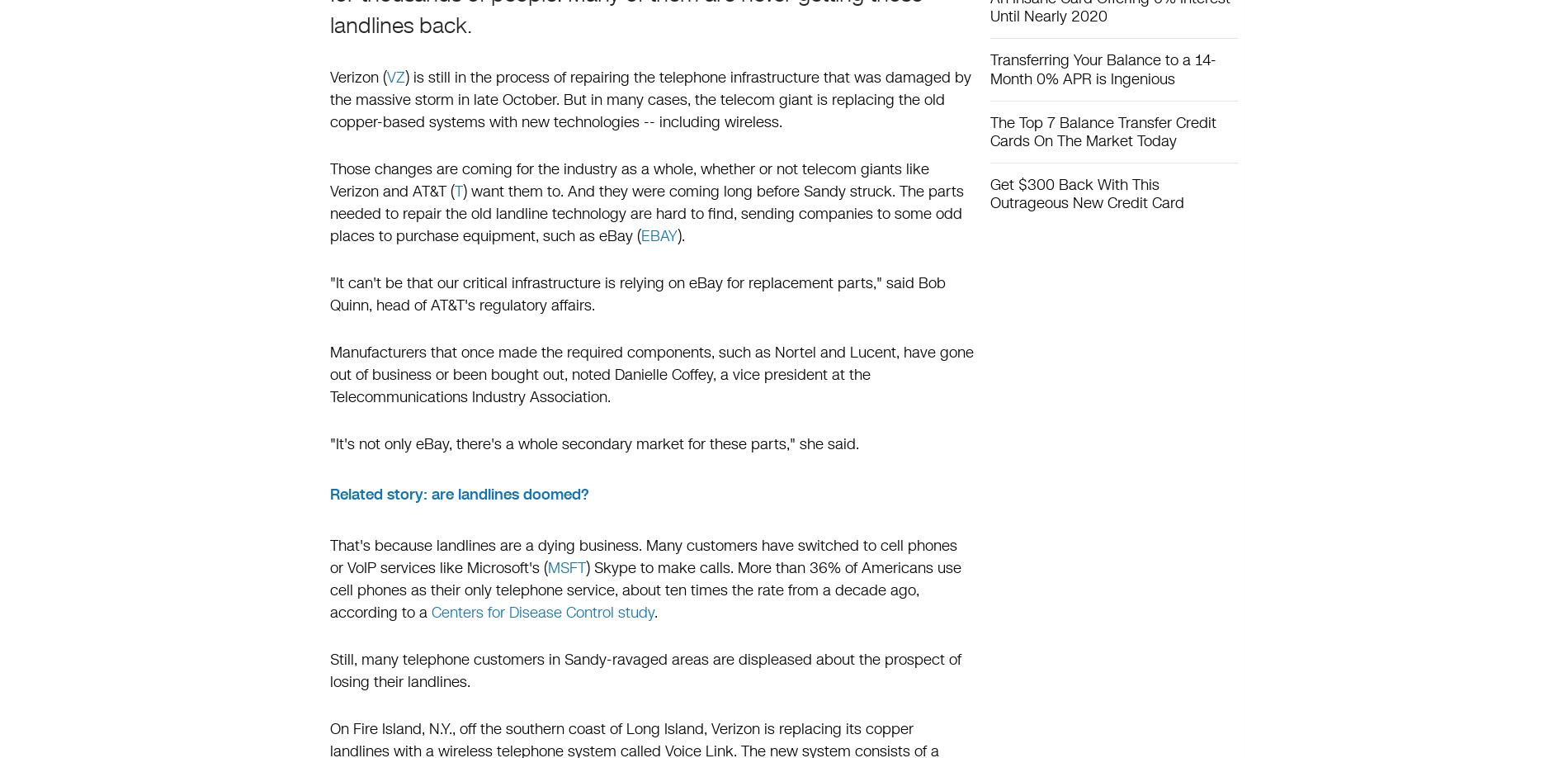 Image resolution: width=1568 pixels, height=758 pixels. What do you see at coordinates (645, 670) in the screenshot?
I see `'Still, many telephone customers in Sandy-ravaged areas are displeased about the prospect of losing their landlines.'` at bounding box center [645, 670].